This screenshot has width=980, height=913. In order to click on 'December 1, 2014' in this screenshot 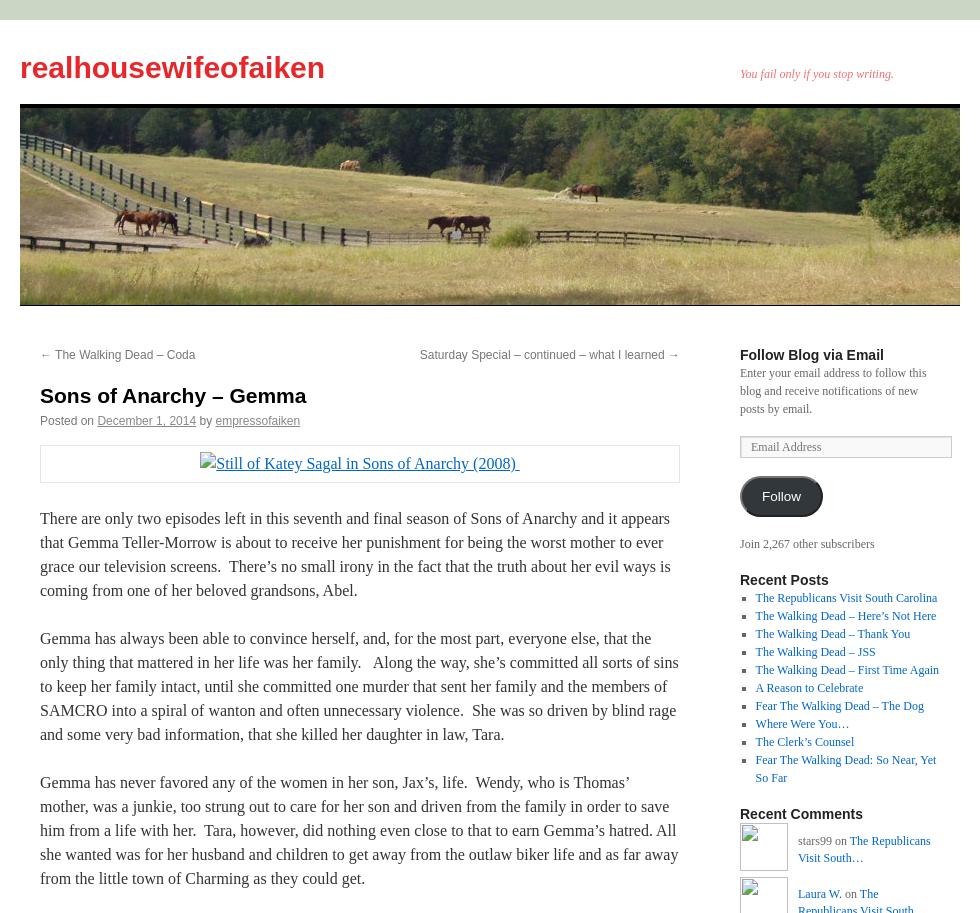, I will do `click(146, 420)`.